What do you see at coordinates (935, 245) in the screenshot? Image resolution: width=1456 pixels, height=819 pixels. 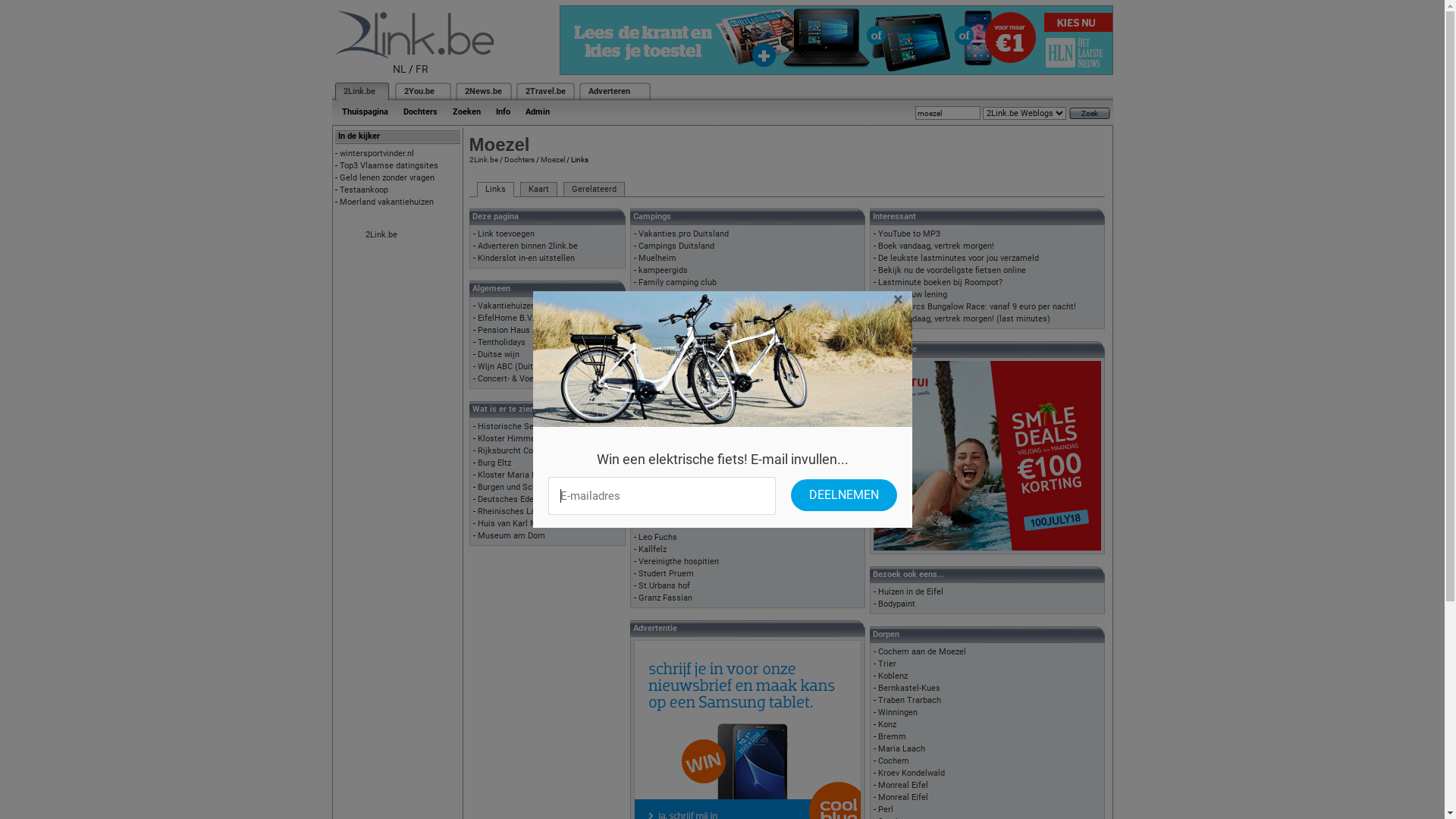 I see `'Boek vandaag, vertrek morgen!'` at bounding box center [935, 245].